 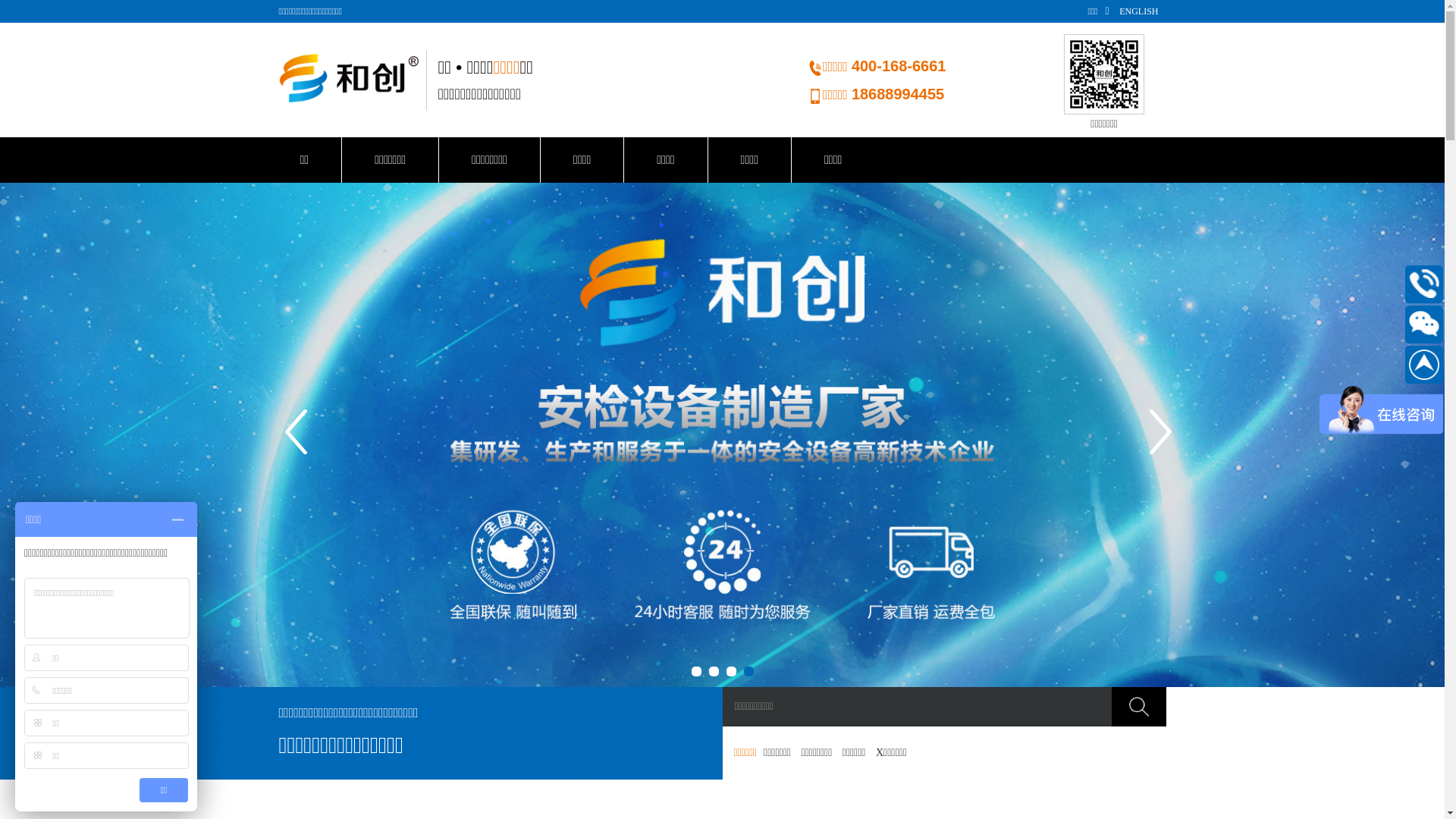 I want to click on 'ENGLISH', so click(x=1138, y=11).